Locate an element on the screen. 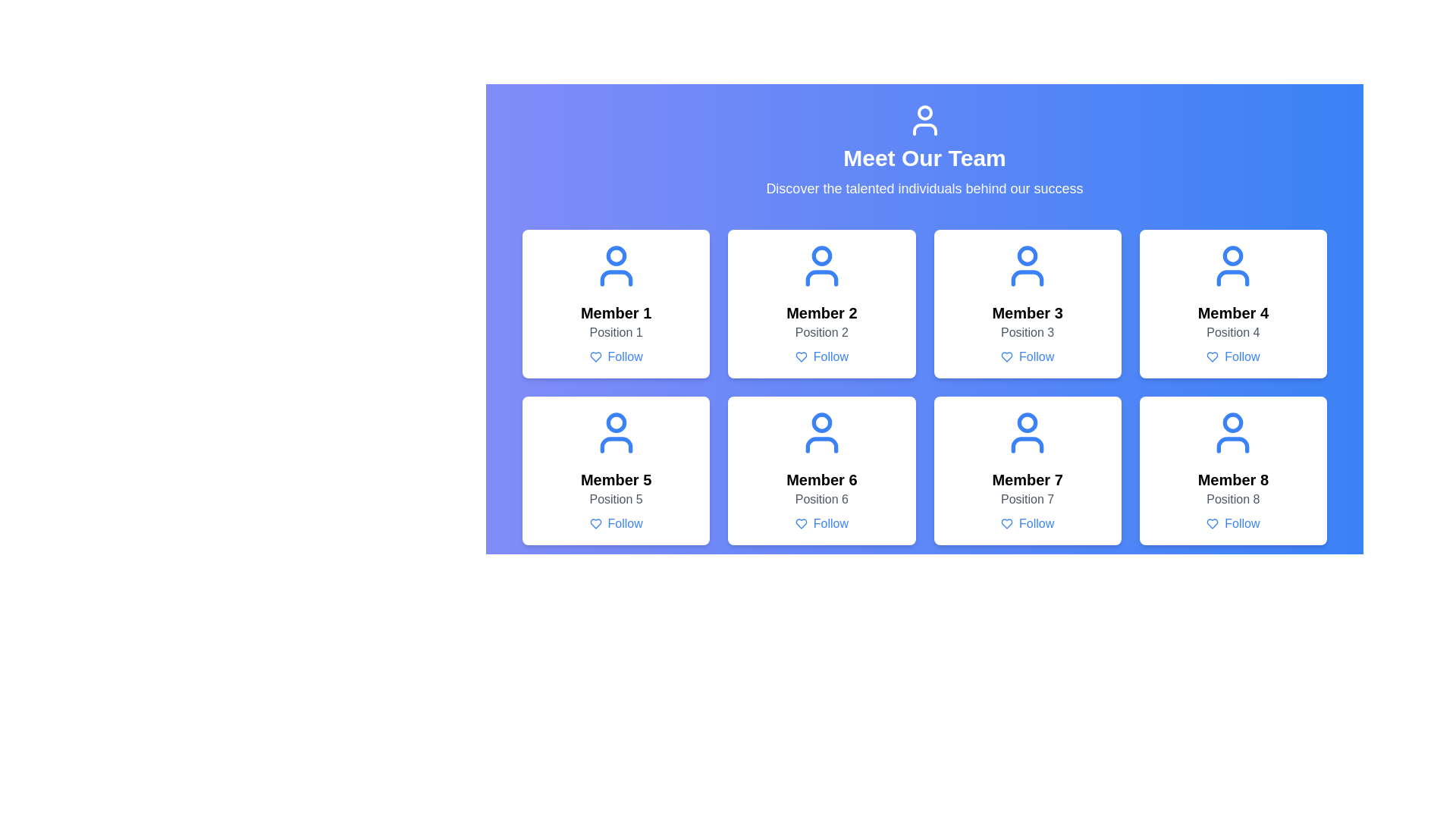 This screenshot has height=819, width=1456. the third 'Follow' button located below 'Member 3 - Position 3' is located at coordinates (1028, 356).